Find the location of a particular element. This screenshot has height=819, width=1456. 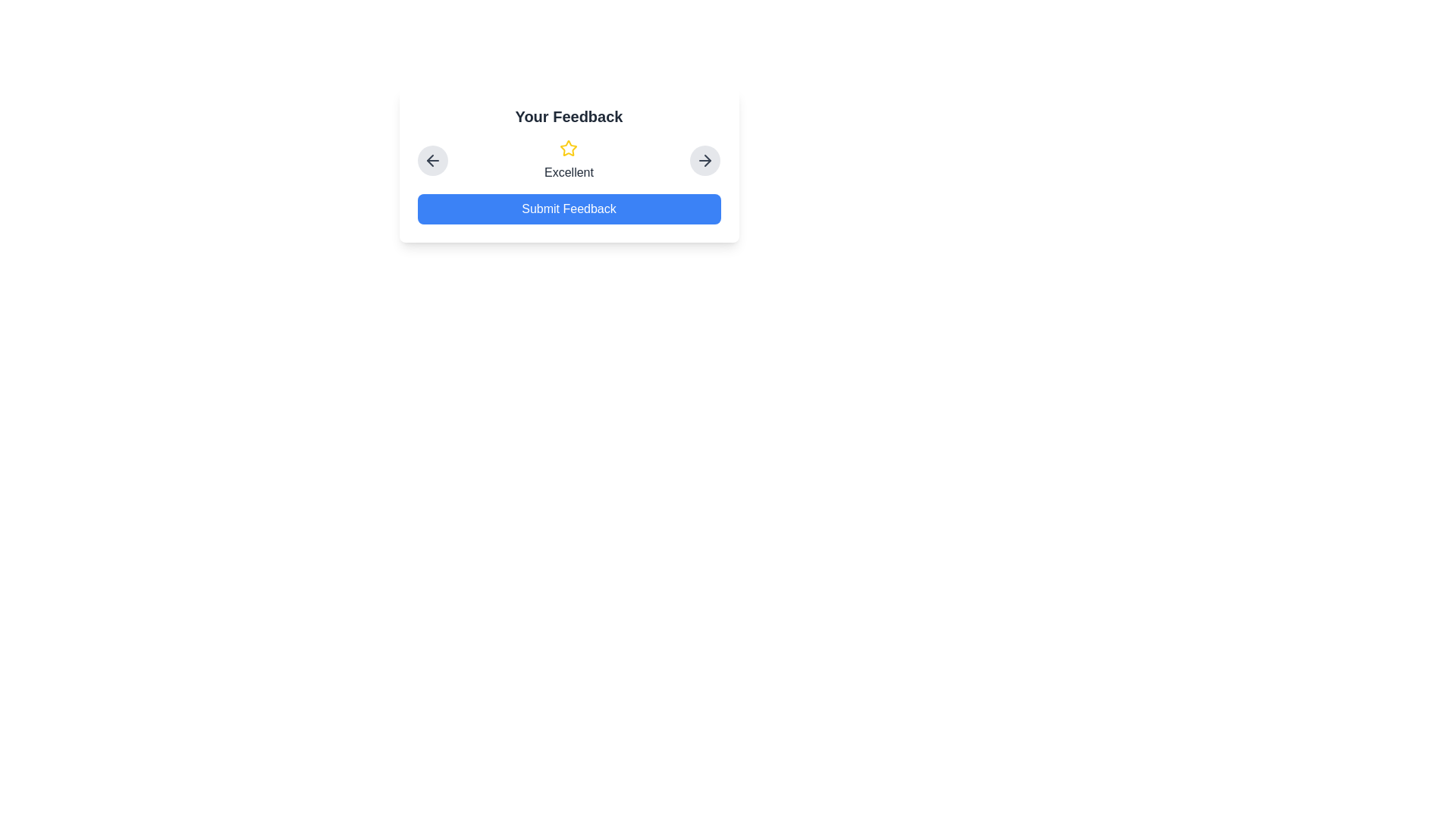

the text 'Excellent' of the Composite element consisting of a yellow star icon and descriptive text, which is centrally positioned in the feedback section is located at coordinates (568, 161).